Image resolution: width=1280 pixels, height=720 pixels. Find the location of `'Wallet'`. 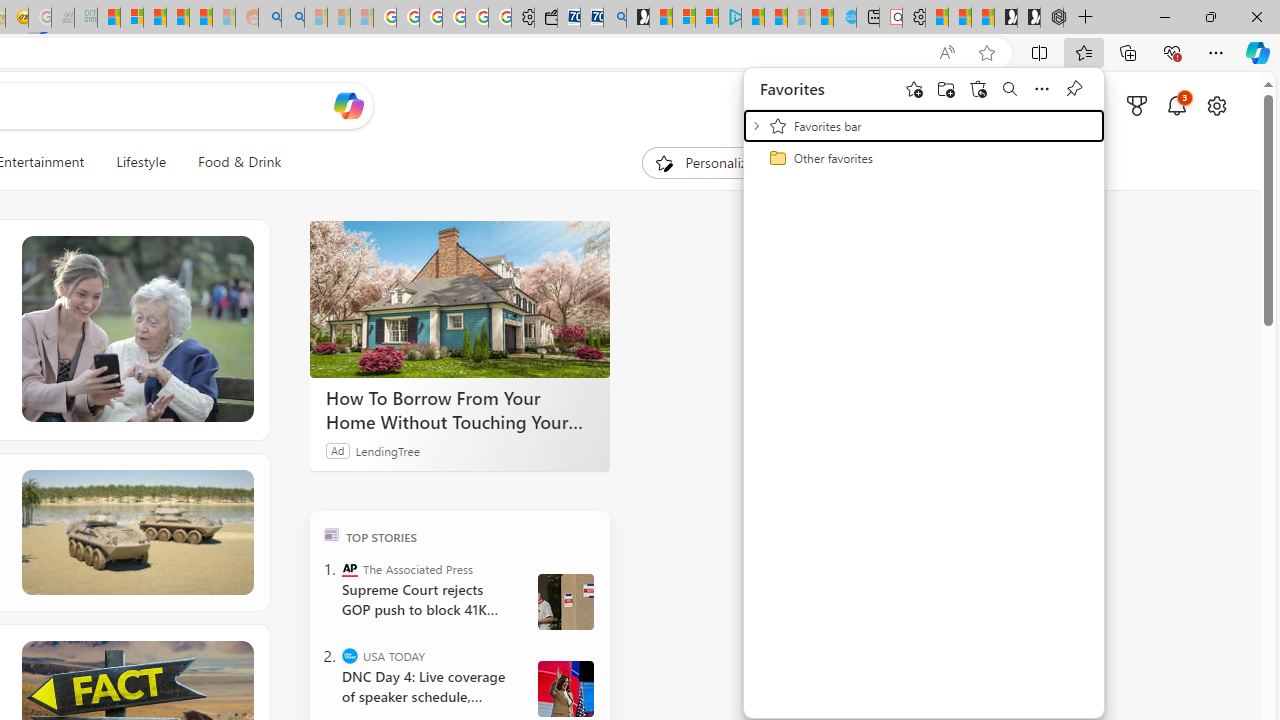

'Wallet' is located at coordinates (545, 17).